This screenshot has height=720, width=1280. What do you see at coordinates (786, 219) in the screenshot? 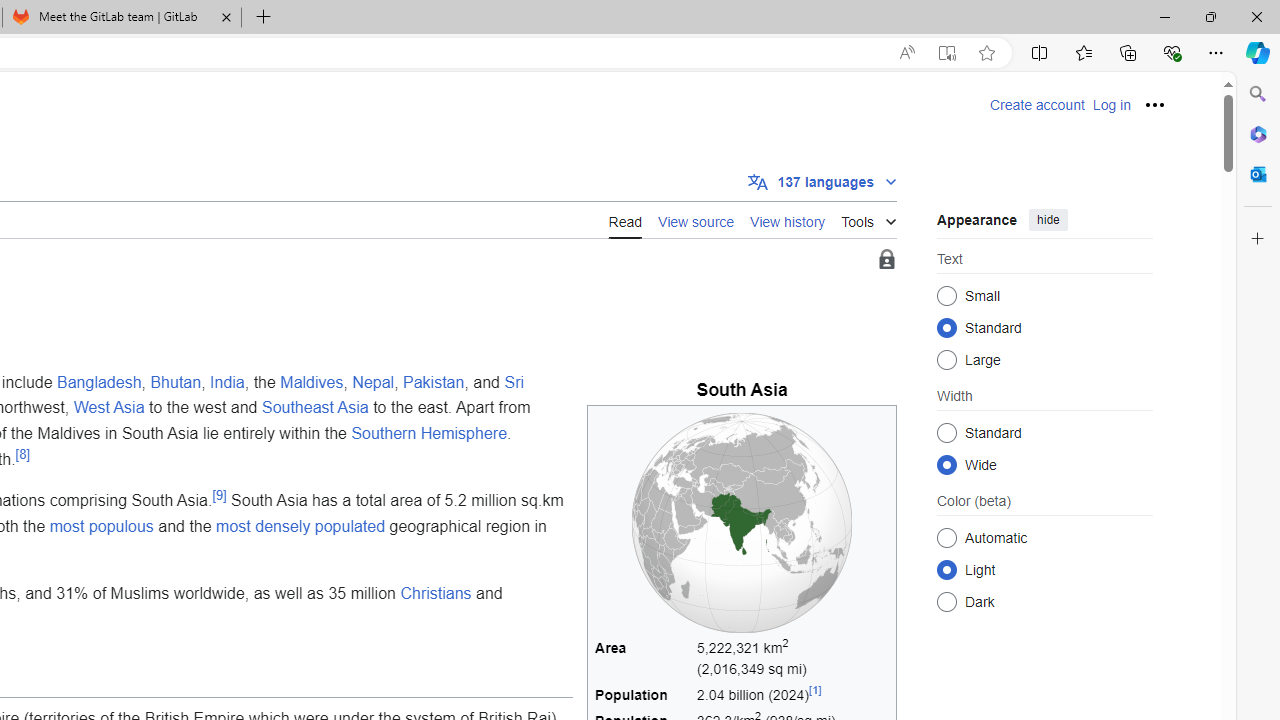
I see `'View history'` at bounding box center [786, 219].